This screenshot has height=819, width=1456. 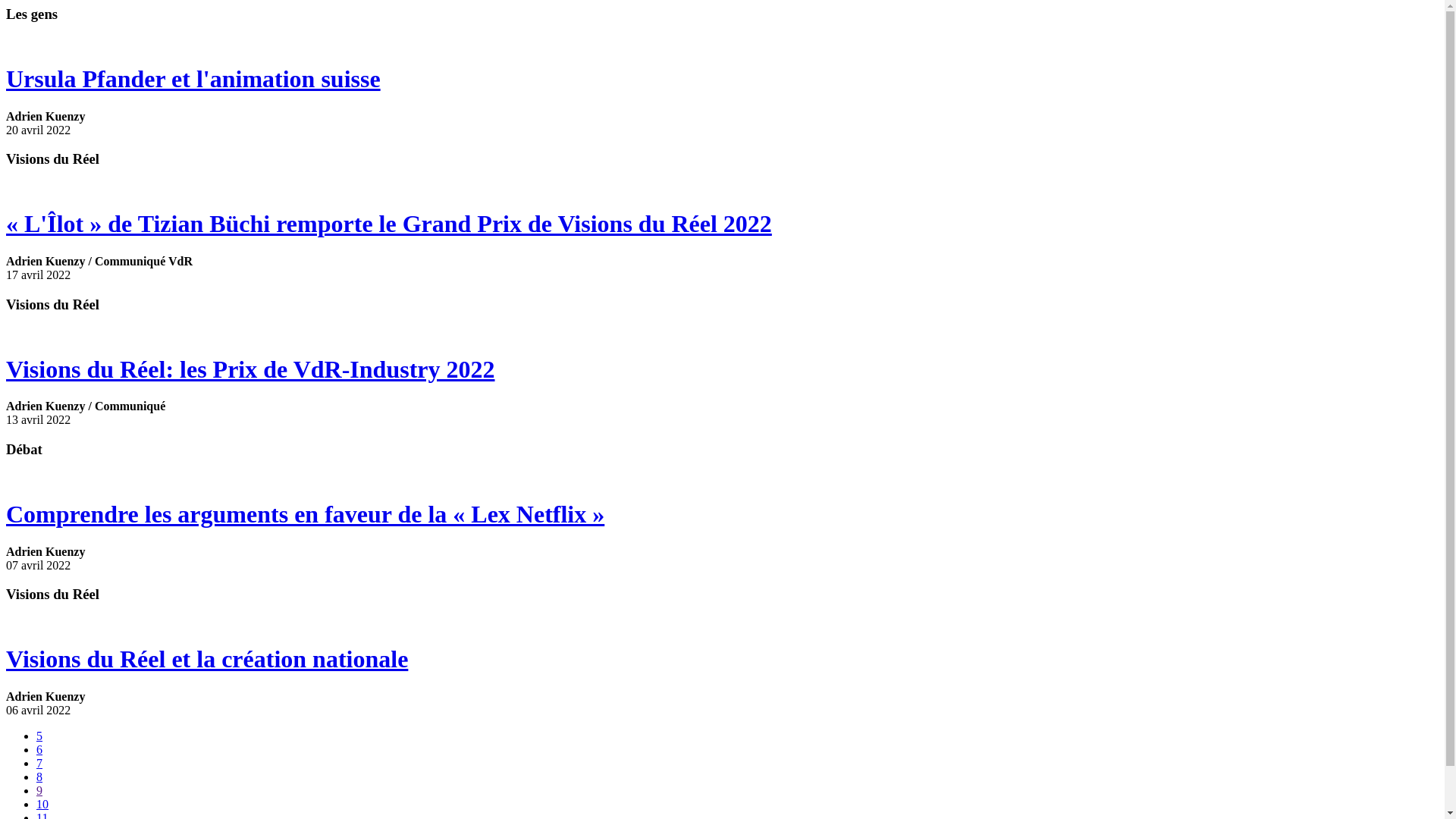 What do you see at coordinates (39, 777) in the screenshot?
I see `'8'` at bounding box center [39, 777].